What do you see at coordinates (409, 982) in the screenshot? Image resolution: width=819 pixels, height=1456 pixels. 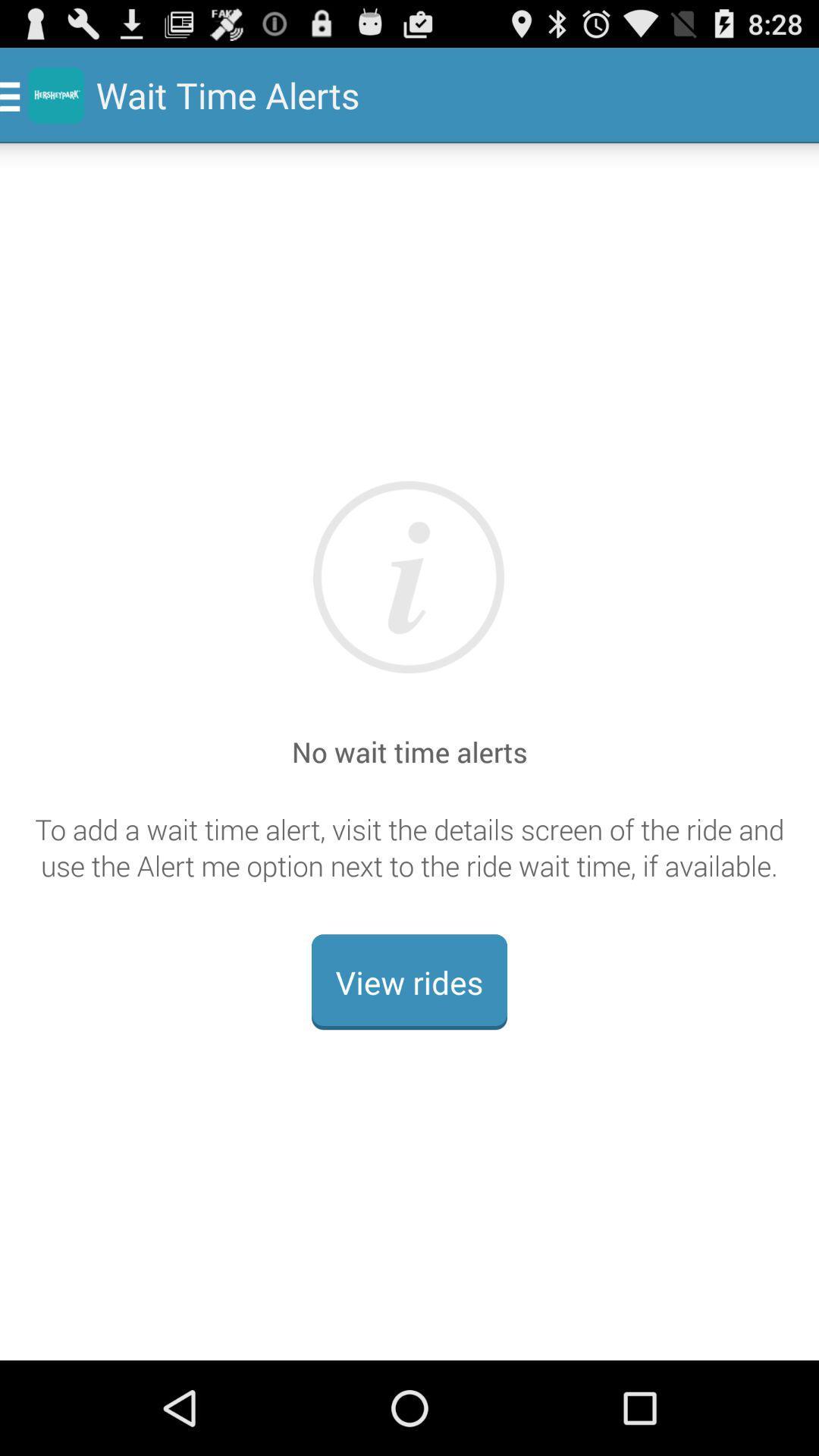 I see `view rides item` at bounding box center [409, 982].